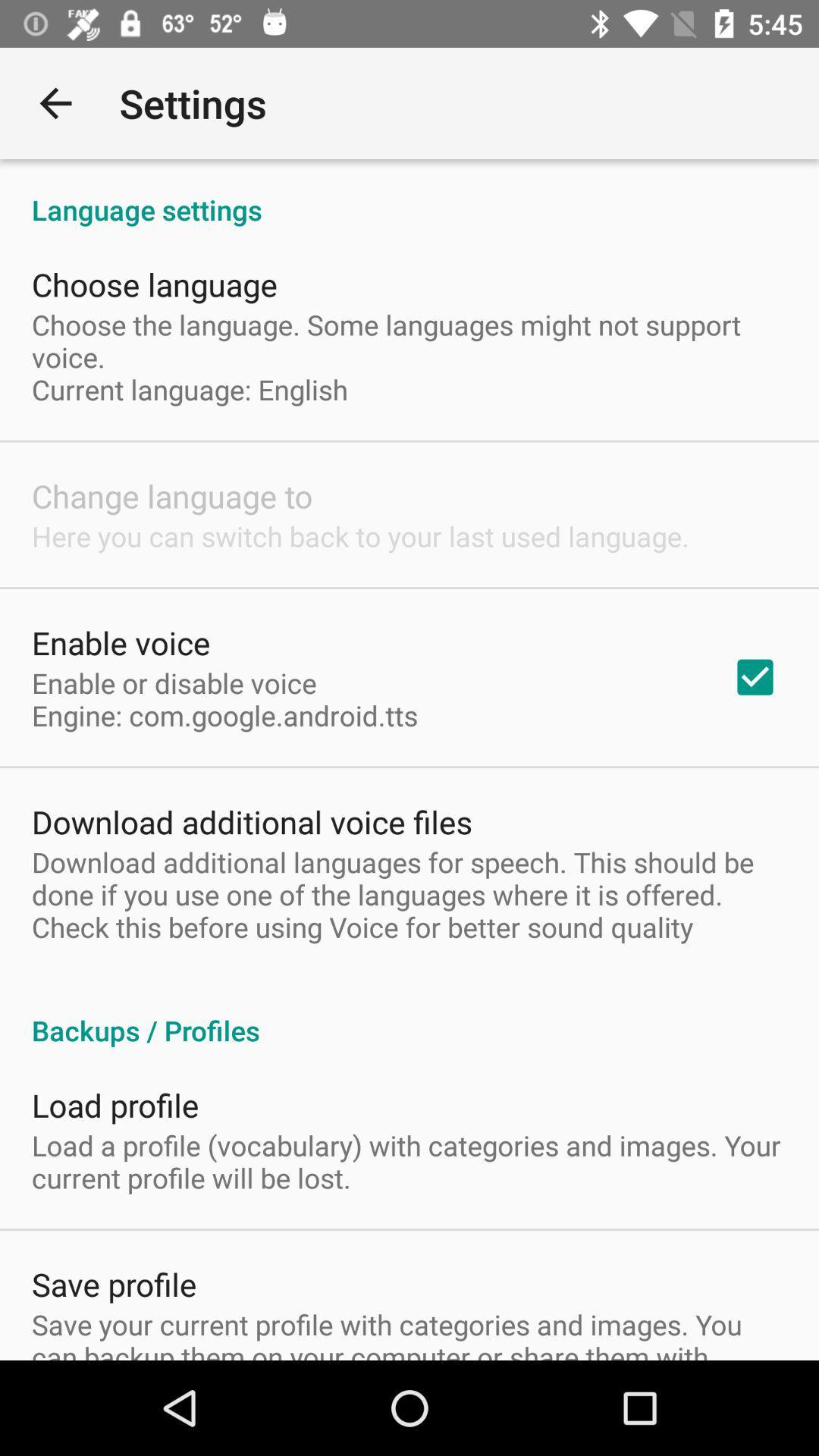 This screenshot has height=1456, width=819. Describe the element at coordinates (409, 1015) in the screenshot. I see `the item above load profile icon` at that location.